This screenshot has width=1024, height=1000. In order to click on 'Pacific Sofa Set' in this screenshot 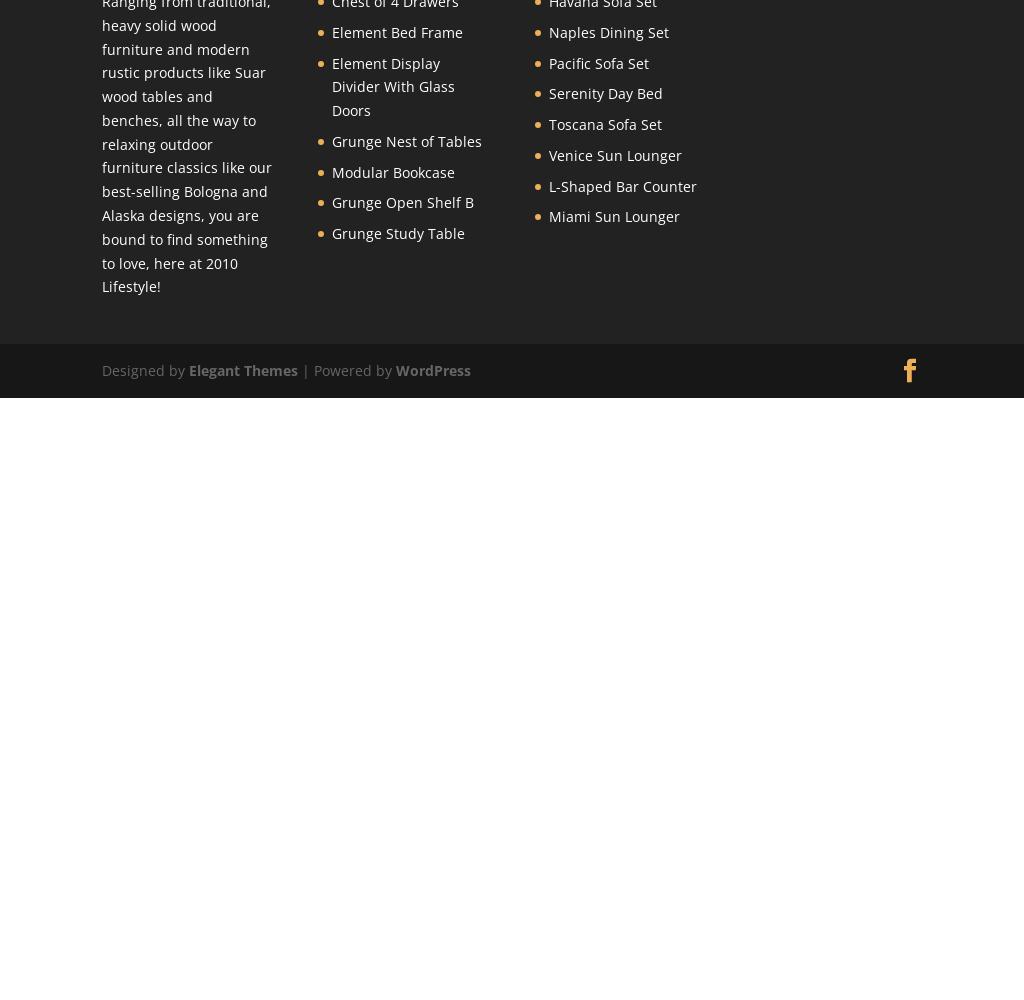, I will do `click(548, 62)`.